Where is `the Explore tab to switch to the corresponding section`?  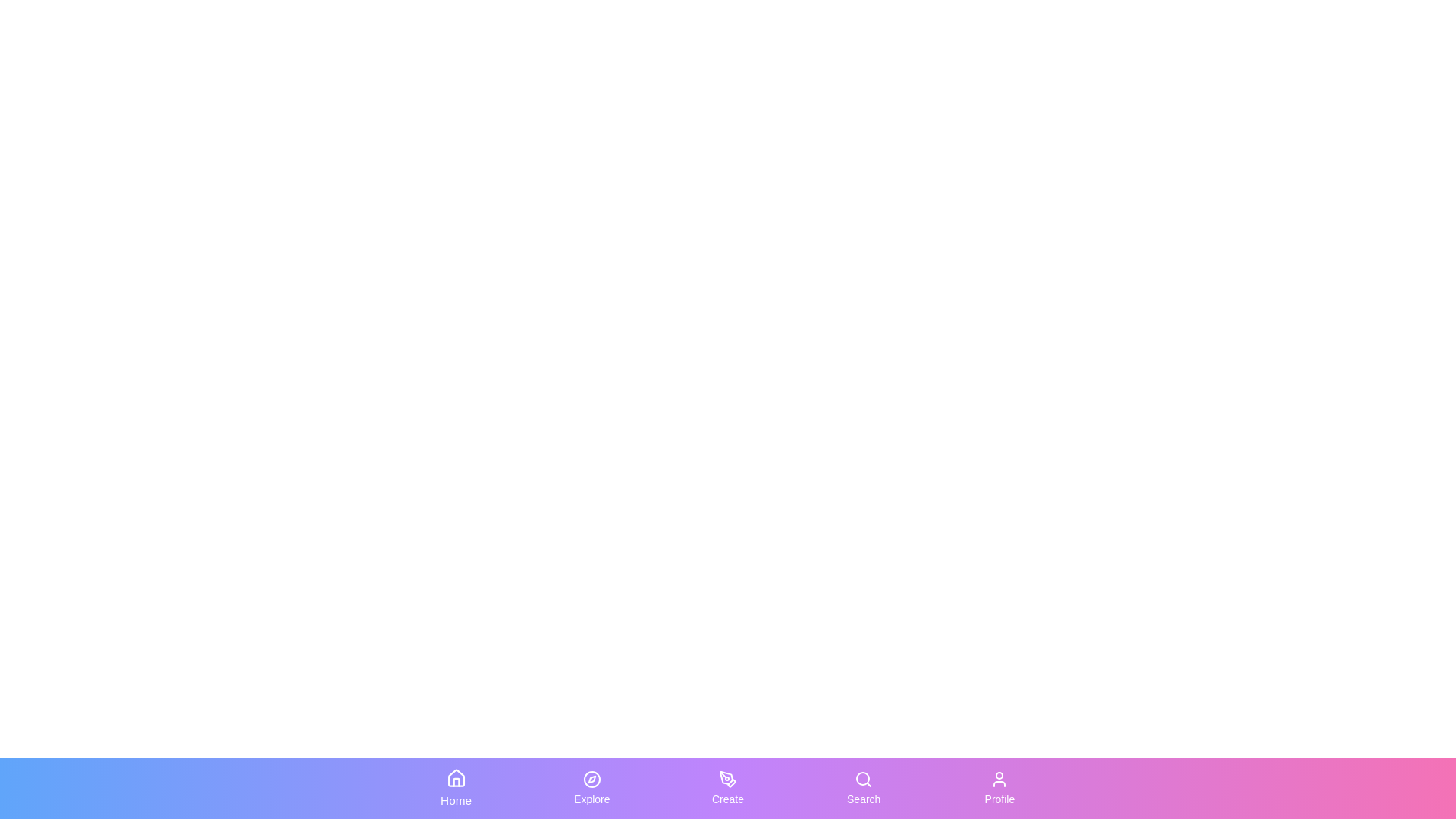 the Explore tab to switch to the corresponding section is located at coordinates (591, 788).